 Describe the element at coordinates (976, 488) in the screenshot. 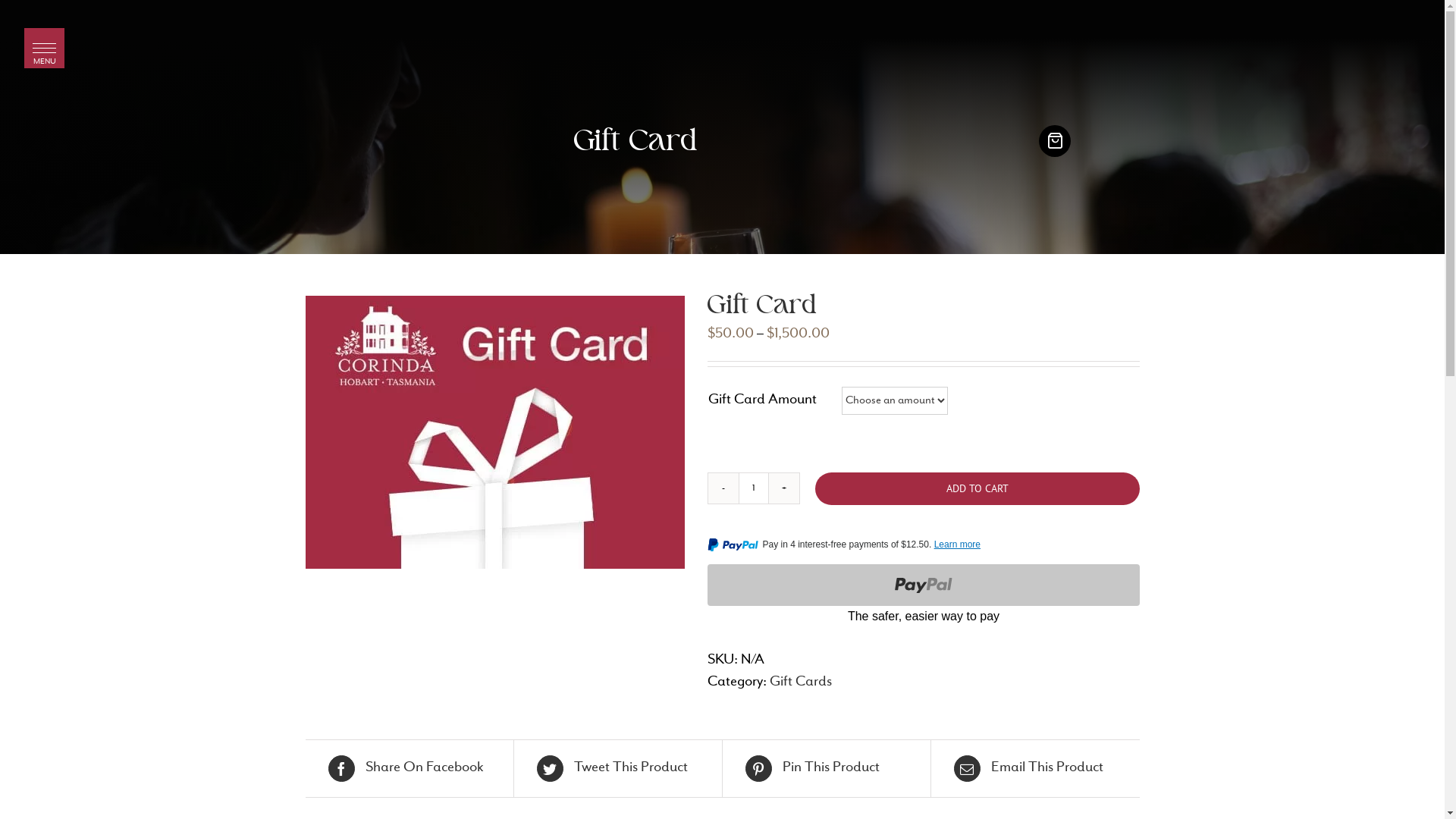

I see `'ADD TO CART'` at that location.